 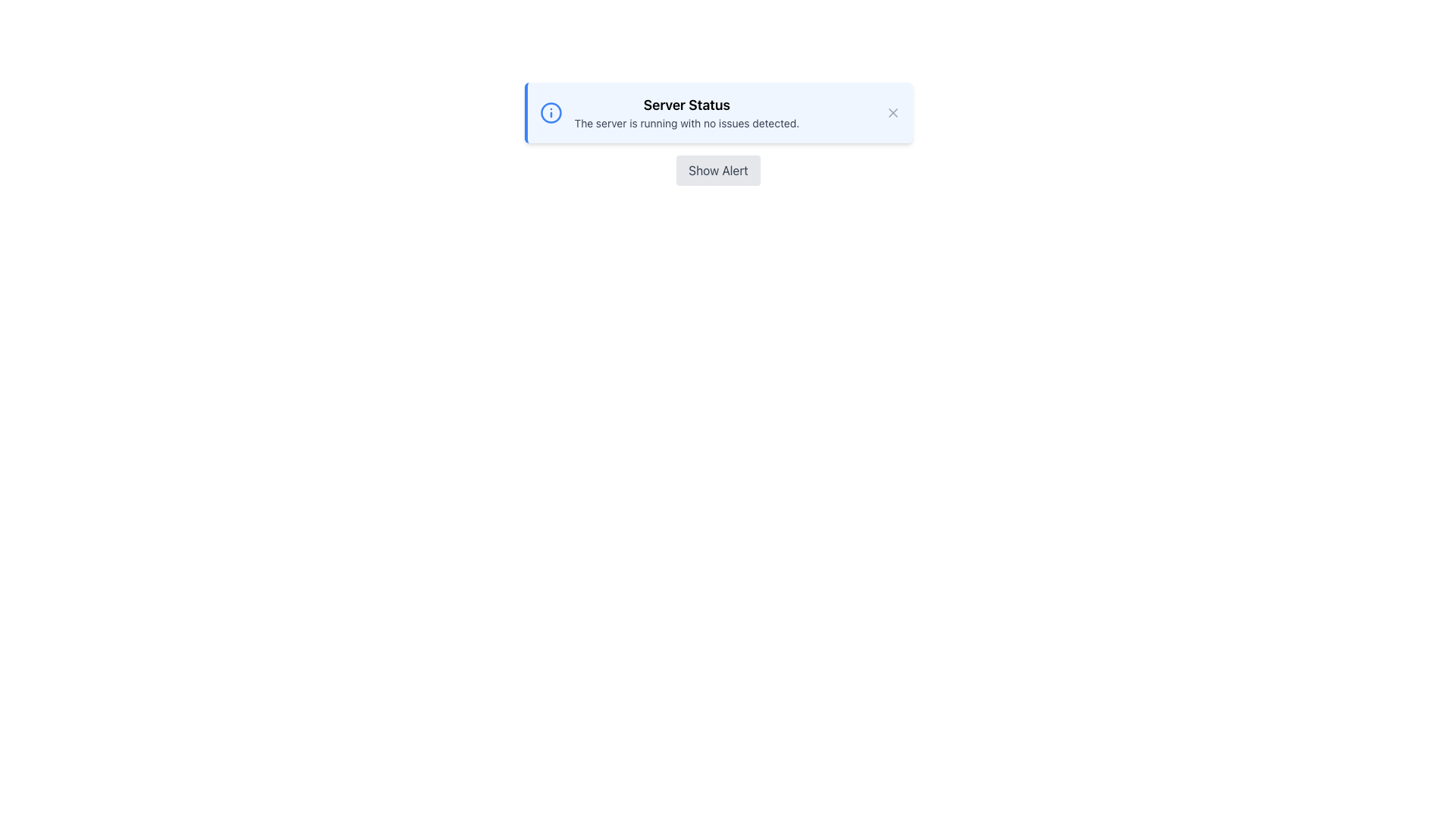 I want to click on the close button located at the far right of the notification panel, so click(x=893, y=112).